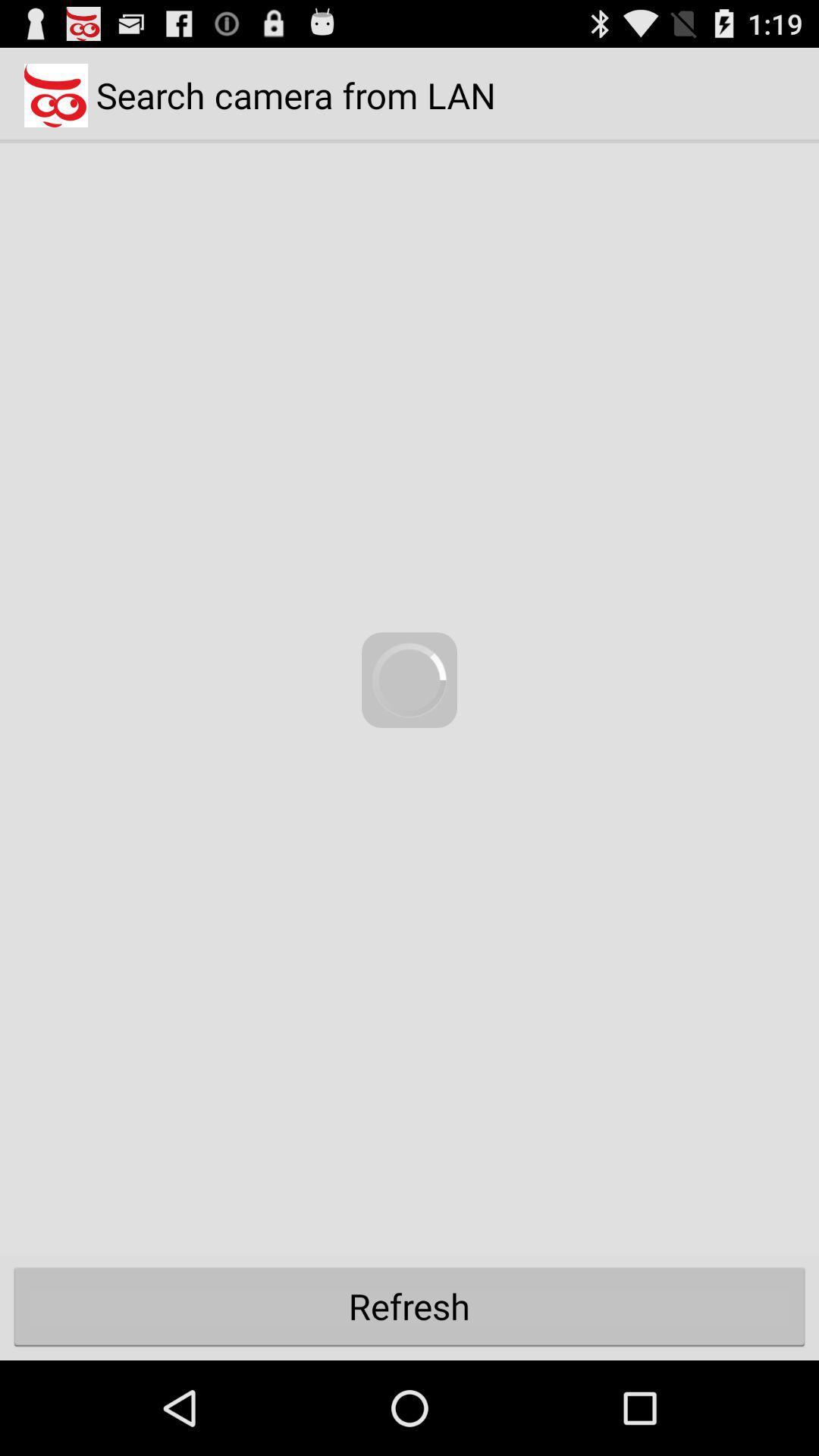 Image resolution: width=819 pixels, height=1456 pixels. Describe the element at coordinates (409, 1305) in the screenshot. I see `the refresh button` at that location.